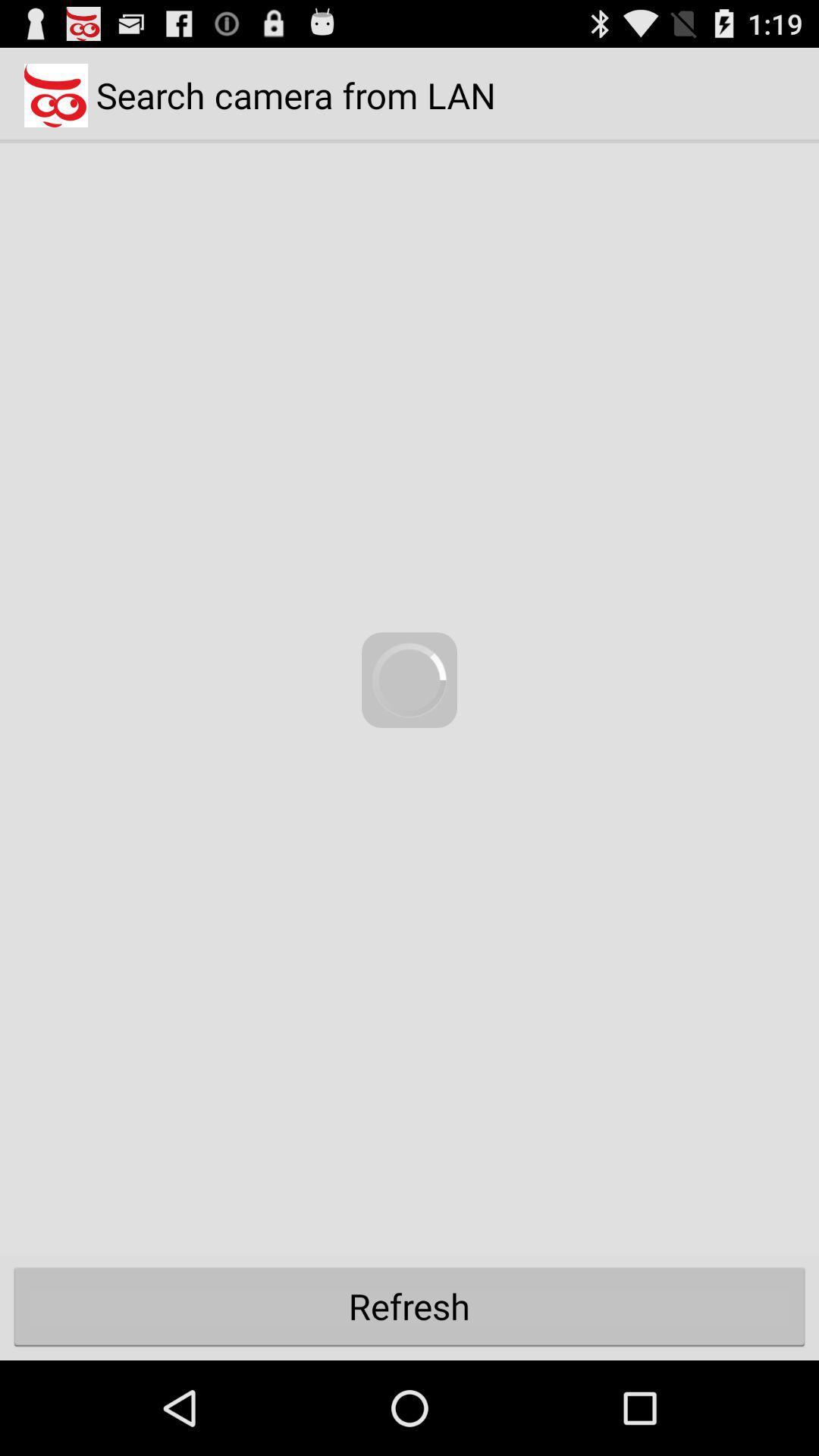 Image resolution: width=819 pixels, height=1456 pixels. Describe the element at coordinates (409, 1305) in the screenshot. I see `the refresh button` at that location.